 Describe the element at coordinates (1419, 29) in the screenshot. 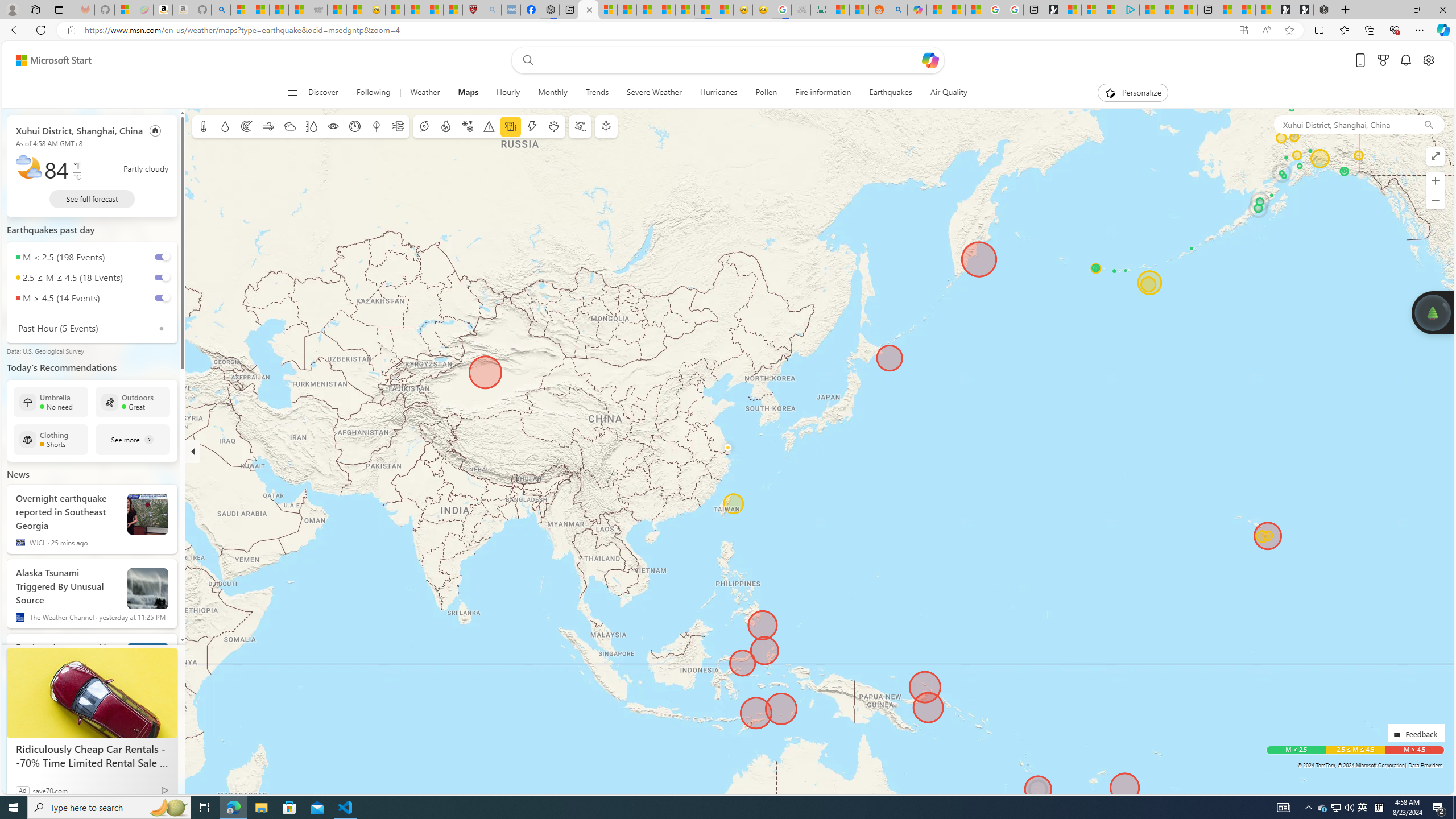

I see `'Settings and more (Alt+F)'` at that location.